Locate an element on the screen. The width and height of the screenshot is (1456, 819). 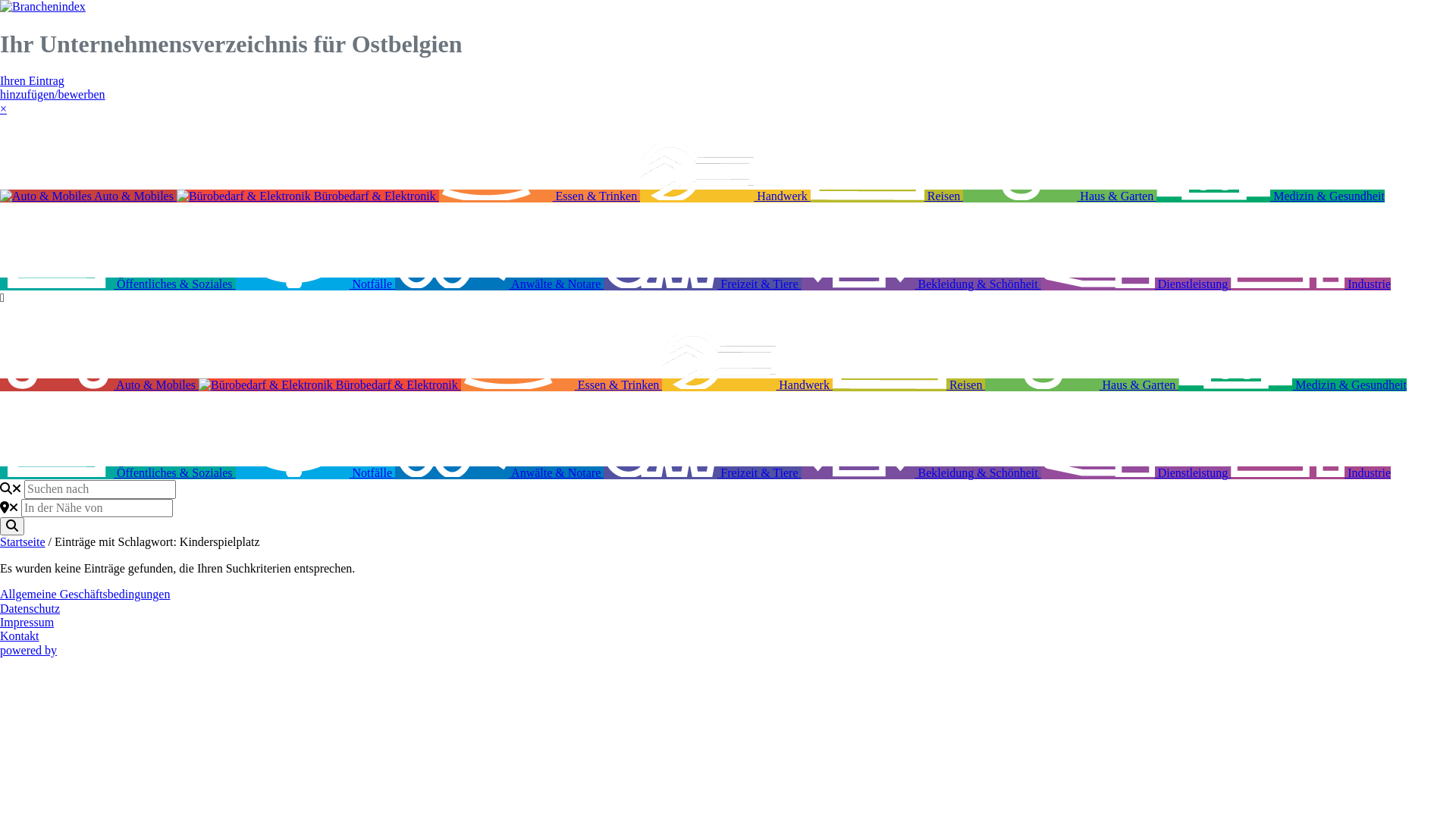
'Handwerk' is located at coordinates (747, 384).